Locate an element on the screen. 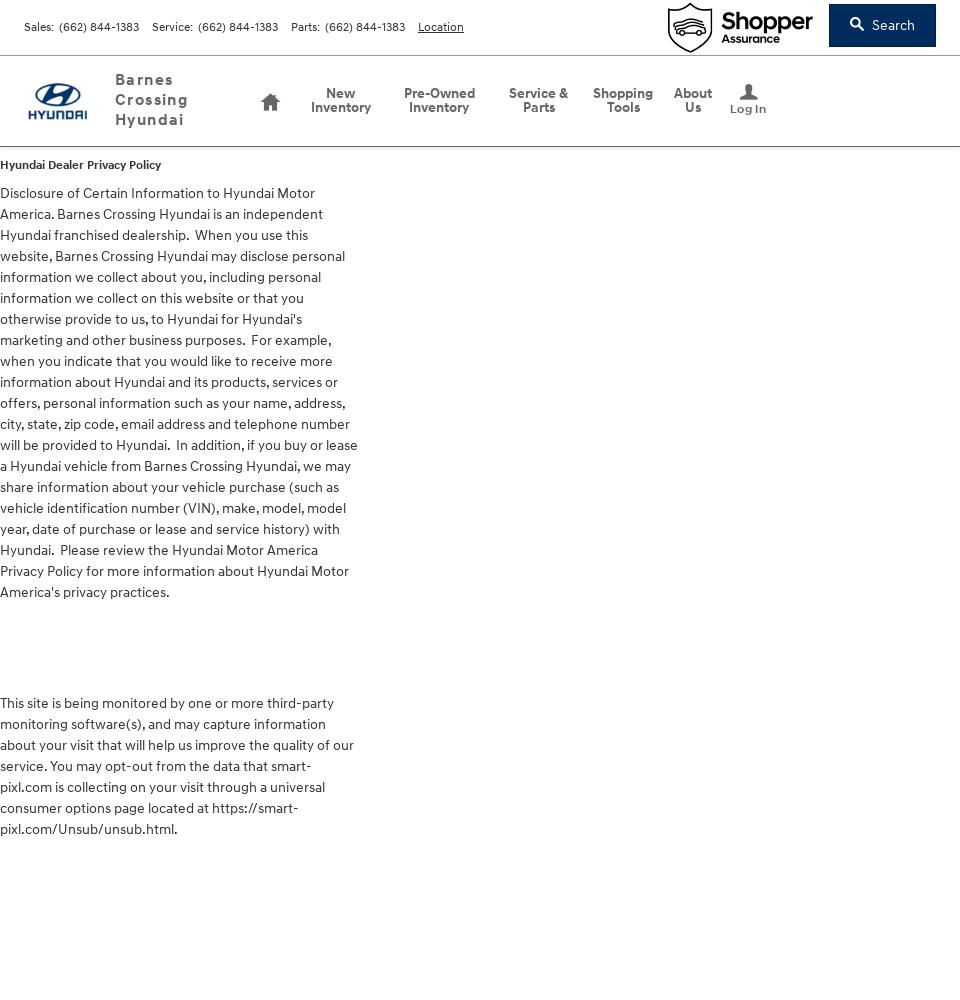 The image size is (960, 1000). 'About Us' is located at coordinates (691, 99).